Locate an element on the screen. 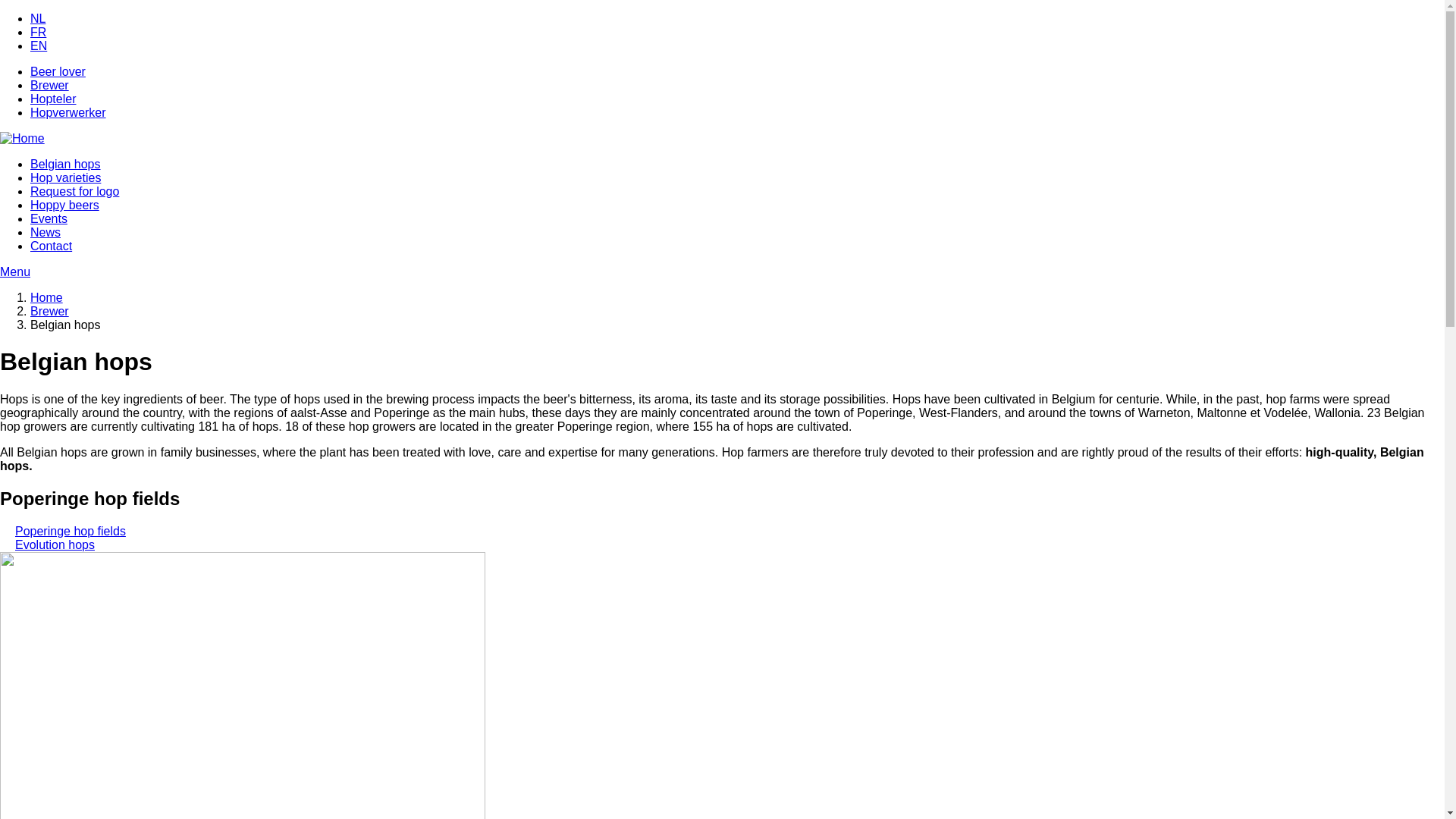 Image resolution: width=1456 pixels, height=819 pixels. 'Contact' is located at coordinates (30, 245).